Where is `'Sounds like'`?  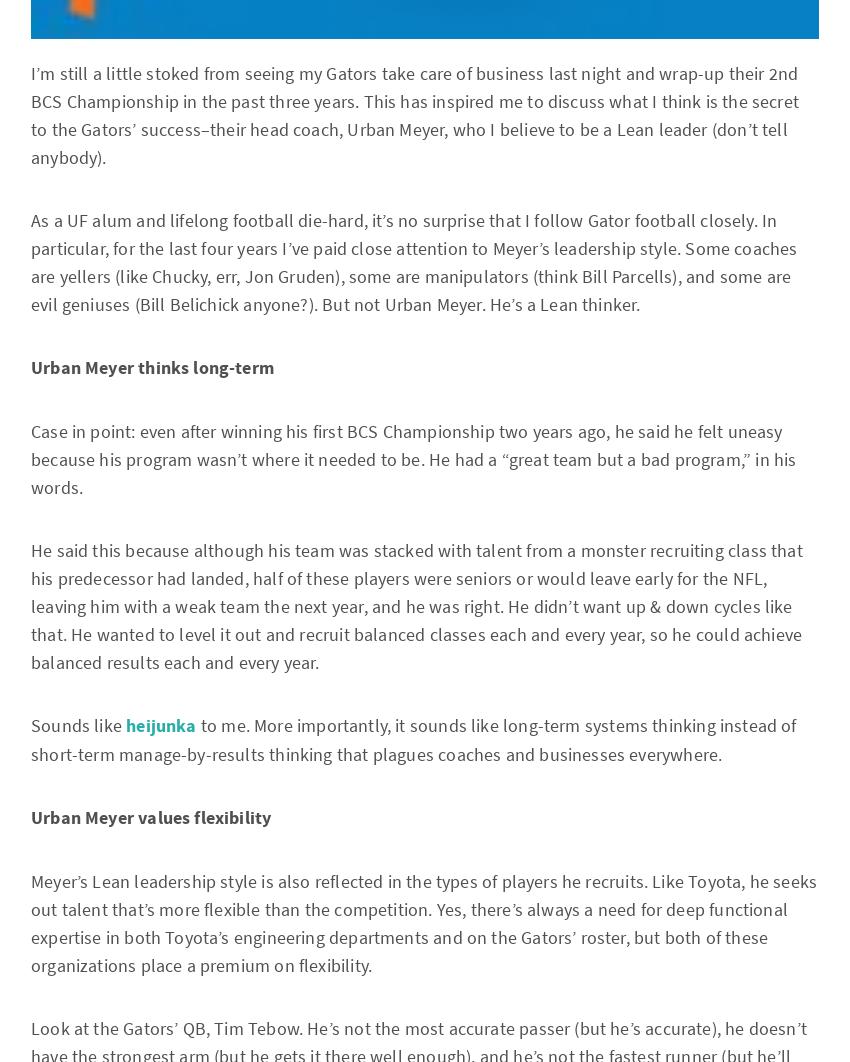
'Sounds like' is located at coordinates (78, 725).